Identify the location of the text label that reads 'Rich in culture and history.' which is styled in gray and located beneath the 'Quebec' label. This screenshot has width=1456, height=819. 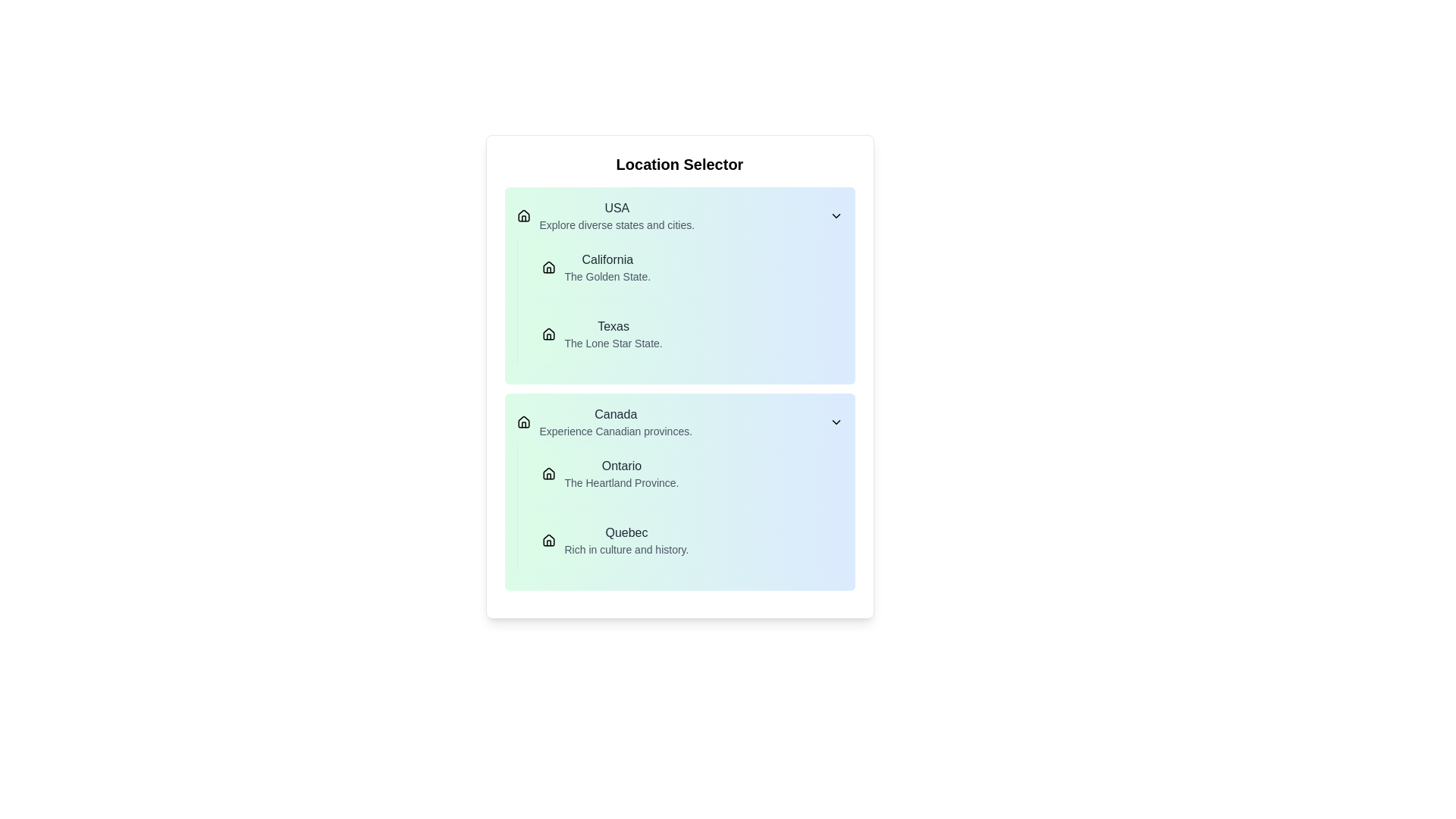
(626, 550).